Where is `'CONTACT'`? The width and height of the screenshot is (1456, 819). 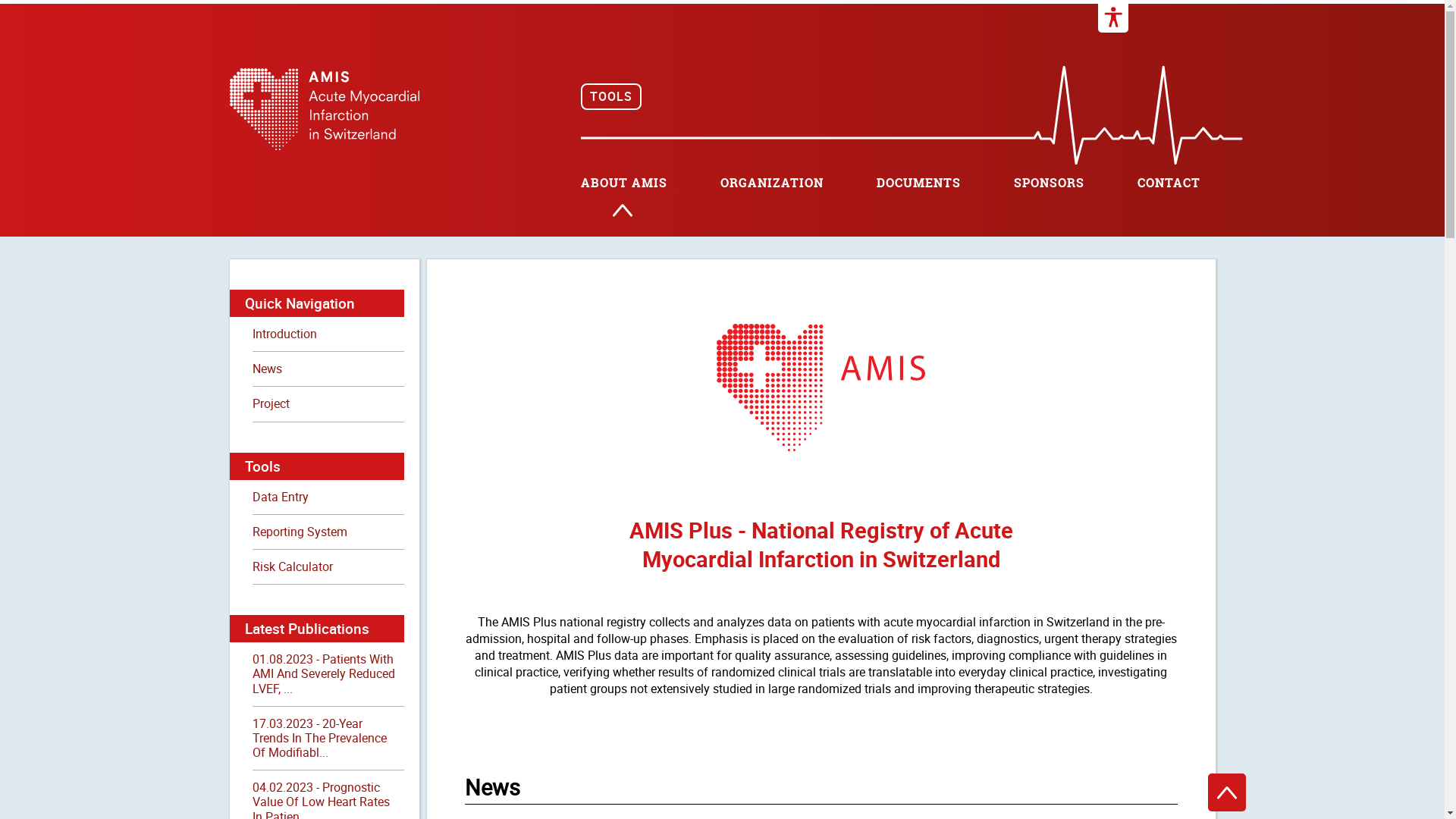 'CONTACT' is located at coordinates (1168, 182).